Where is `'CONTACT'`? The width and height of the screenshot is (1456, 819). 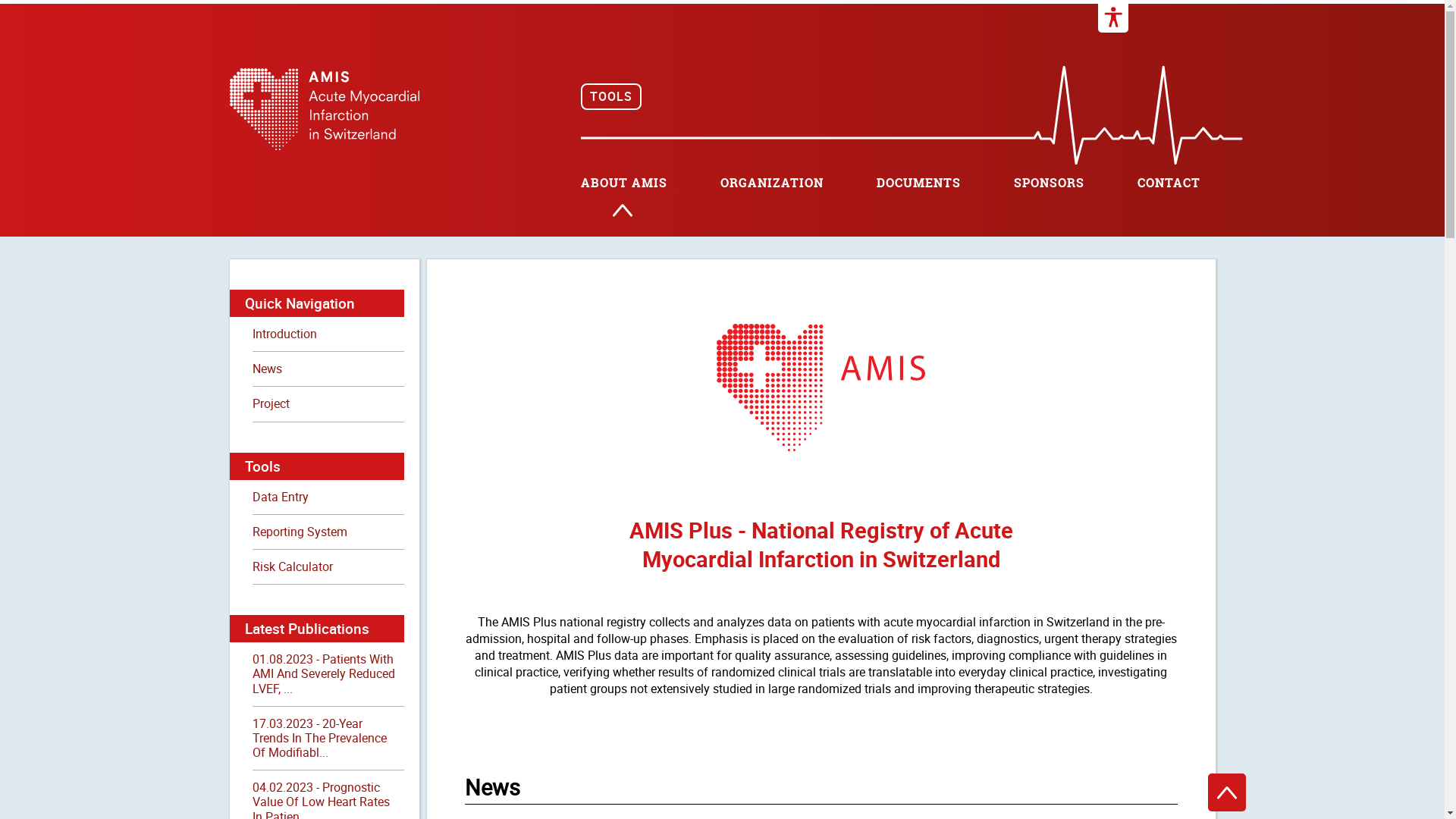 'CONTACT' is located at coordinates (1168, 182).